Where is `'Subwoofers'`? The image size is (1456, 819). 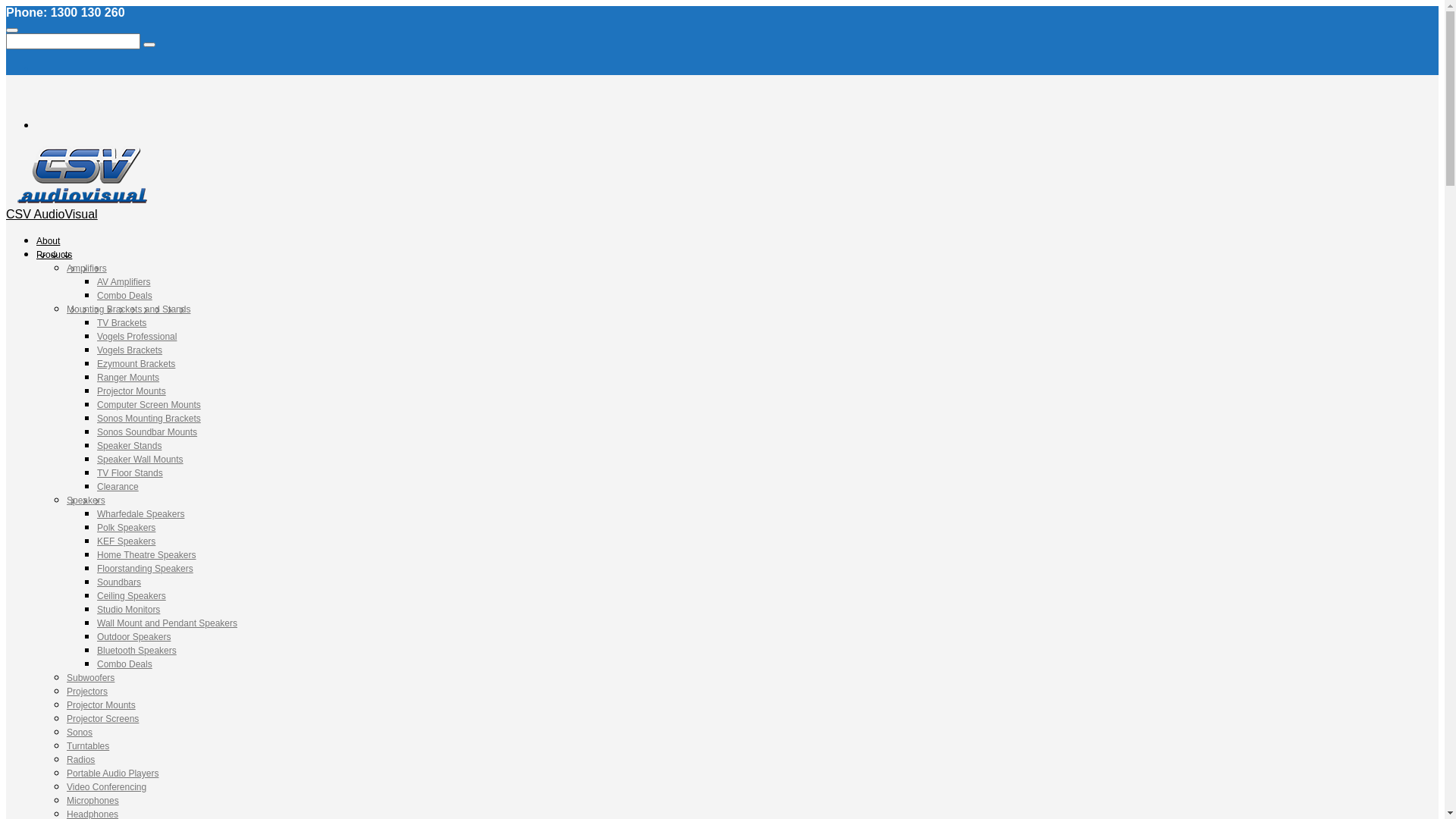 'Subwoofers' is located at coordinates (65, 677).